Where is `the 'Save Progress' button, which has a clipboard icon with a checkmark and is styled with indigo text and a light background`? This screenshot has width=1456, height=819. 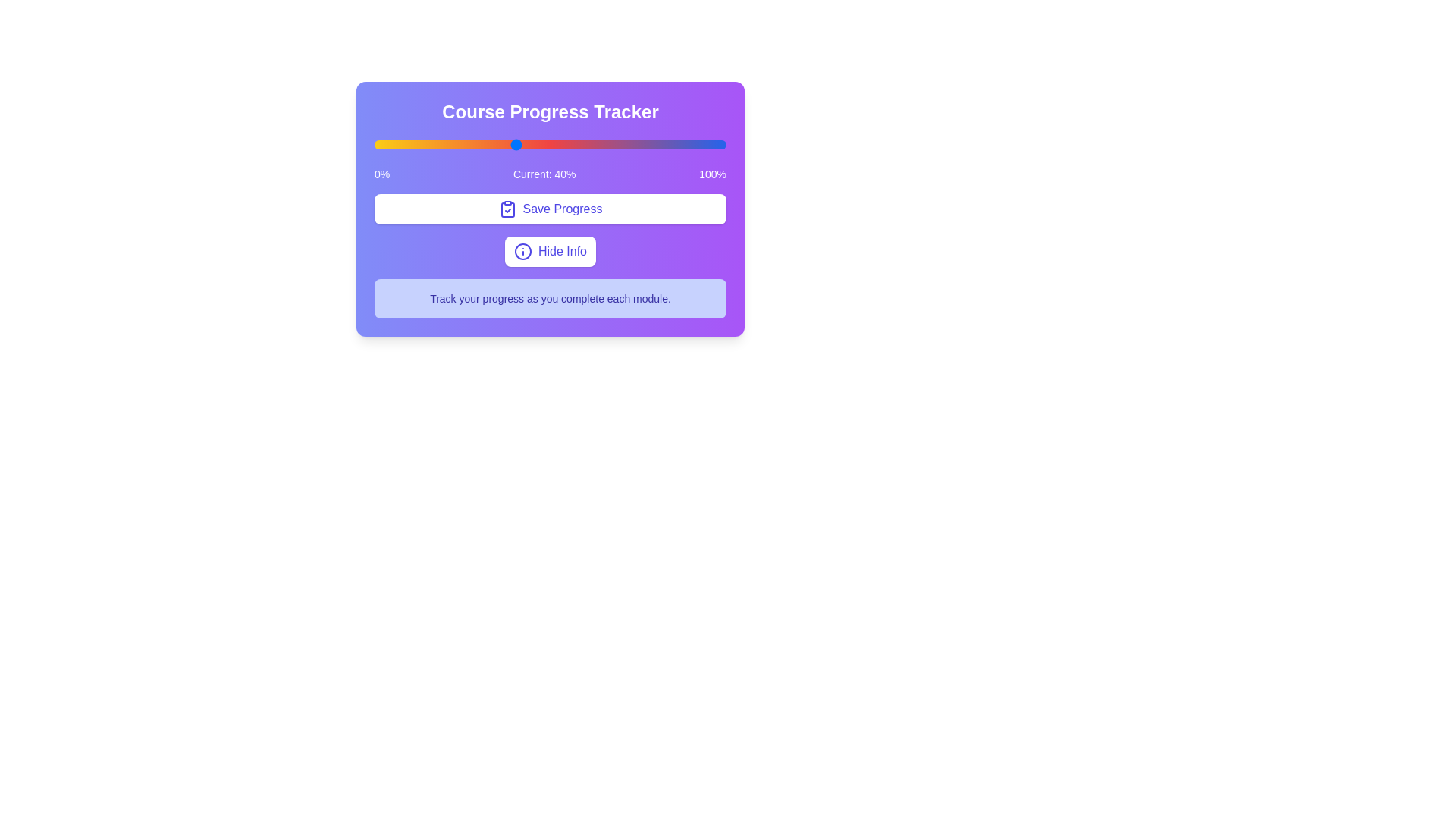 the 'Save Progress' button, which has a clipboard icon with a checkmark and is styled with indigo text and a light background is located at coordinates (549, 209).